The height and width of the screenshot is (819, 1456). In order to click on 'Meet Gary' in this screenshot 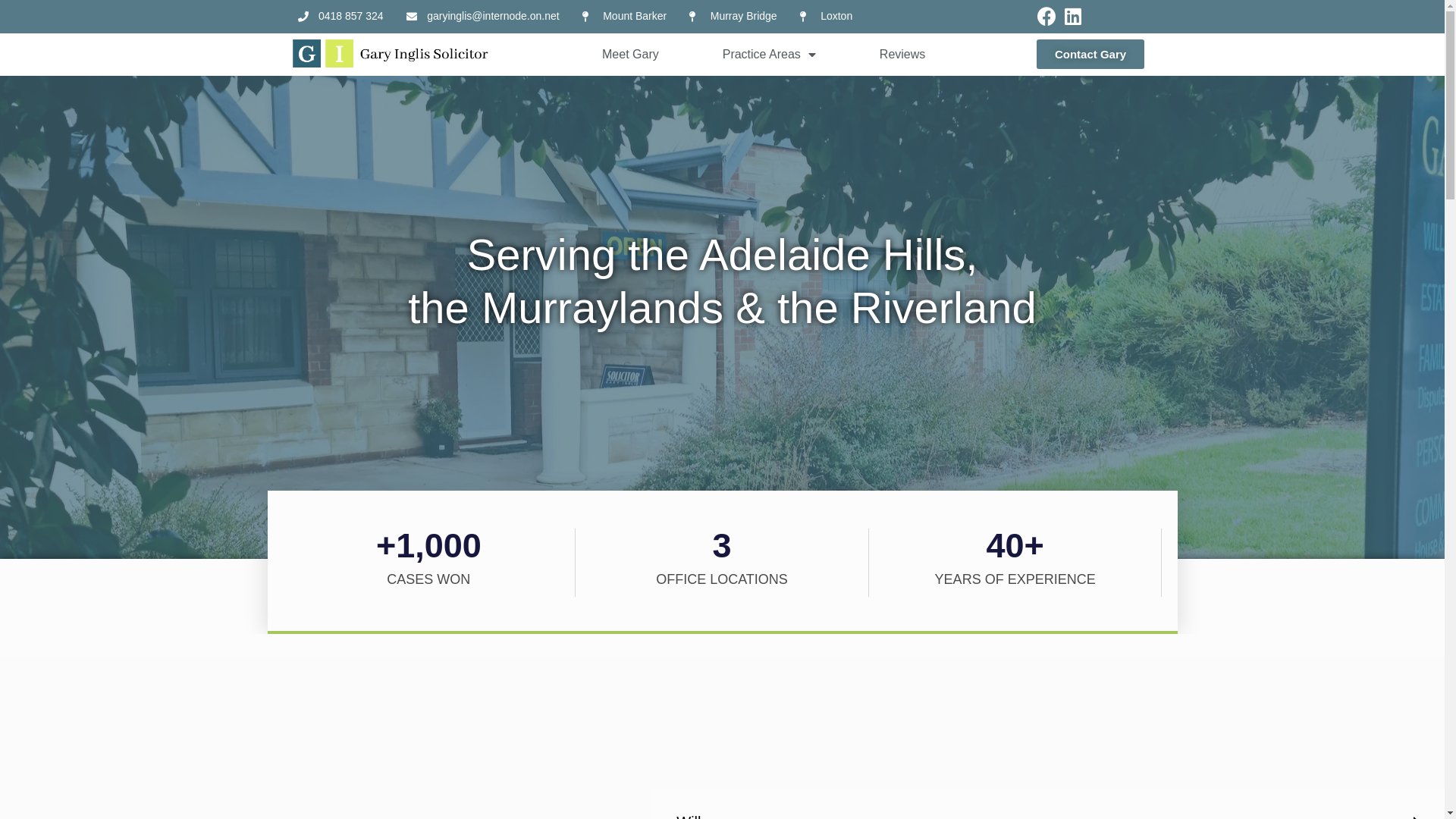, I will do `click(630, 54)`.